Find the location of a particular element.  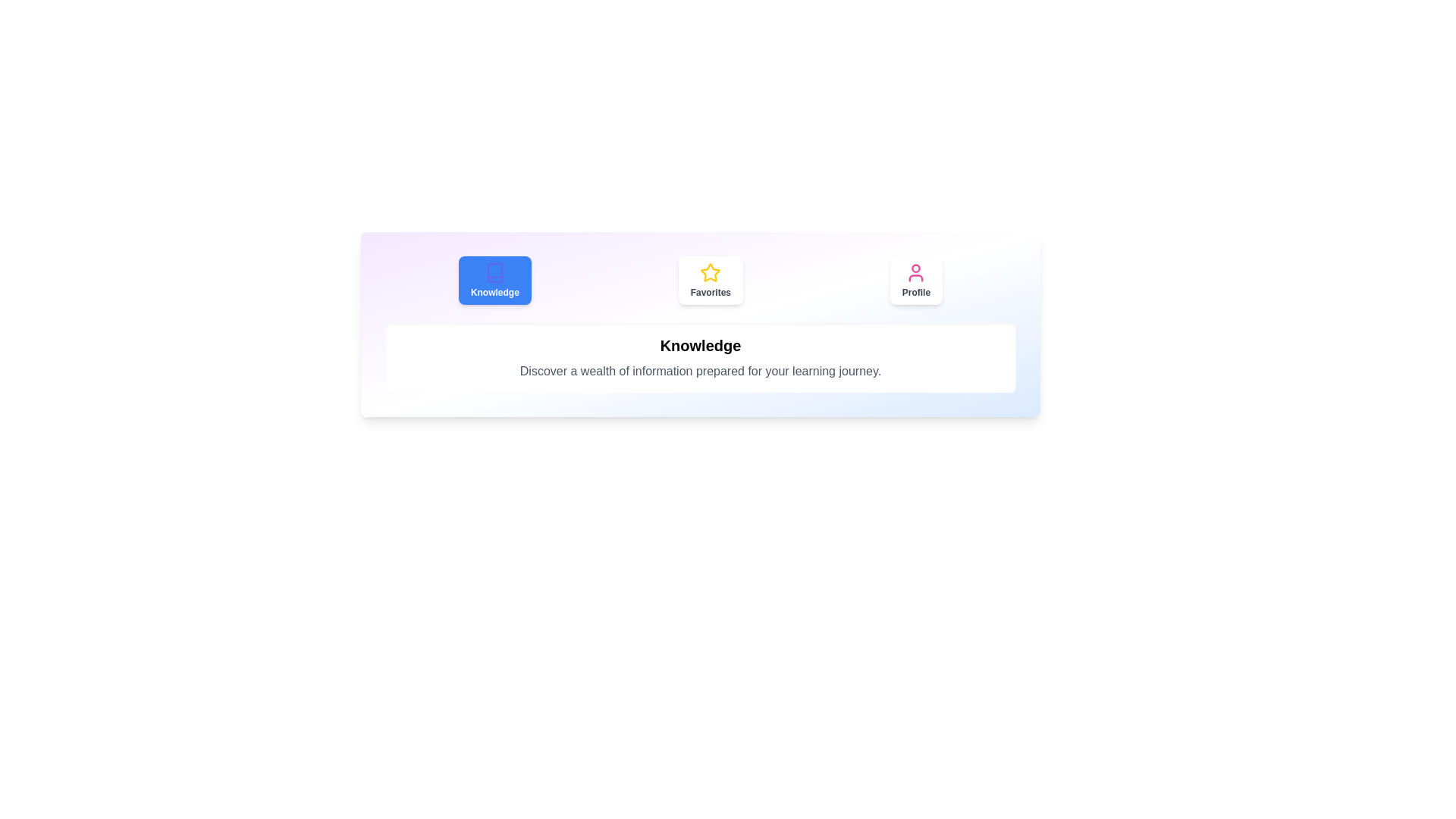

the tab corresponding to Profile to activate it is located at coordinates (915, 281).